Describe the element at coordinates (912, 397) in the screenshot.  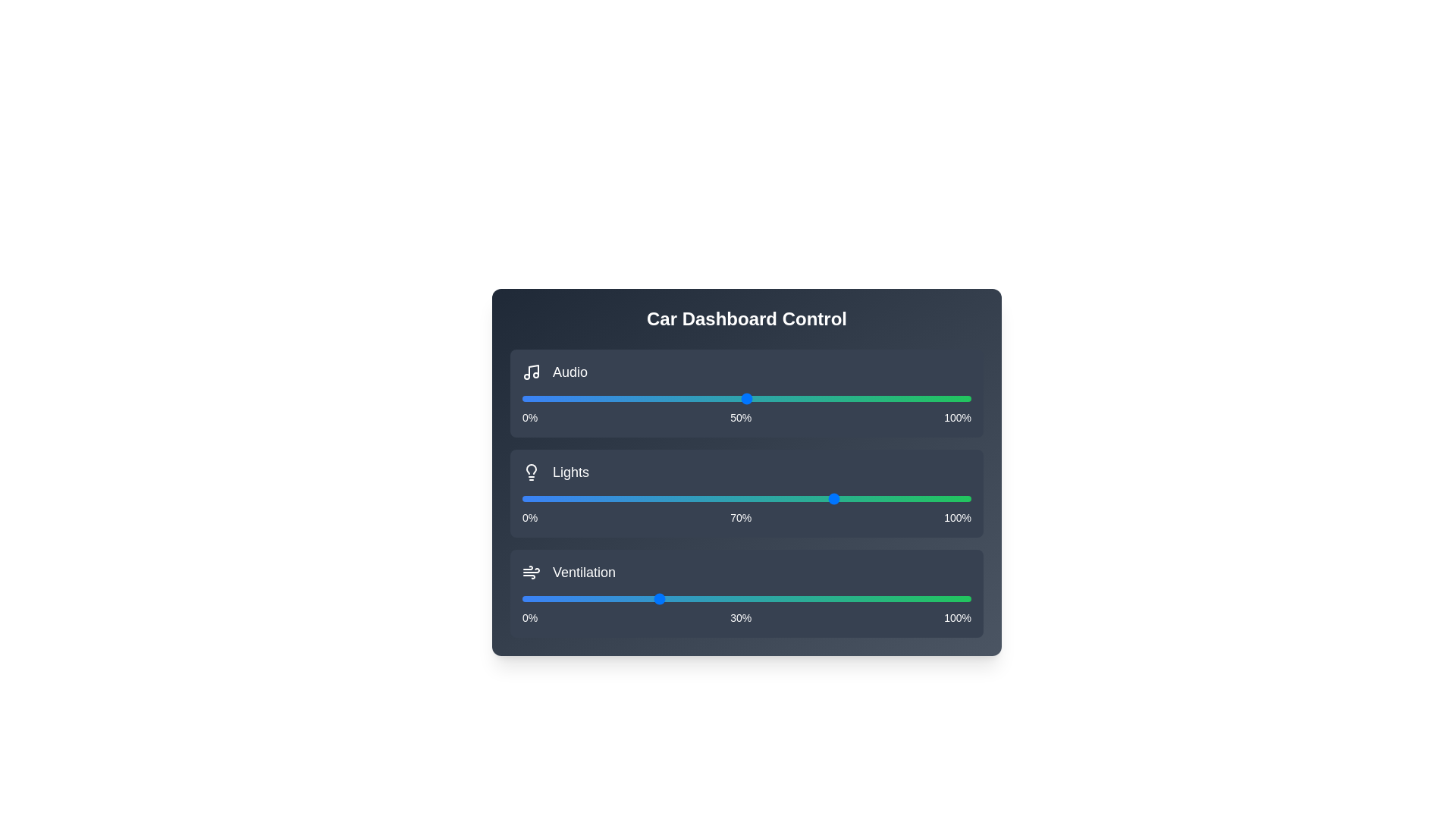
I see `the audio slider to set the volume to 87%` at that location.